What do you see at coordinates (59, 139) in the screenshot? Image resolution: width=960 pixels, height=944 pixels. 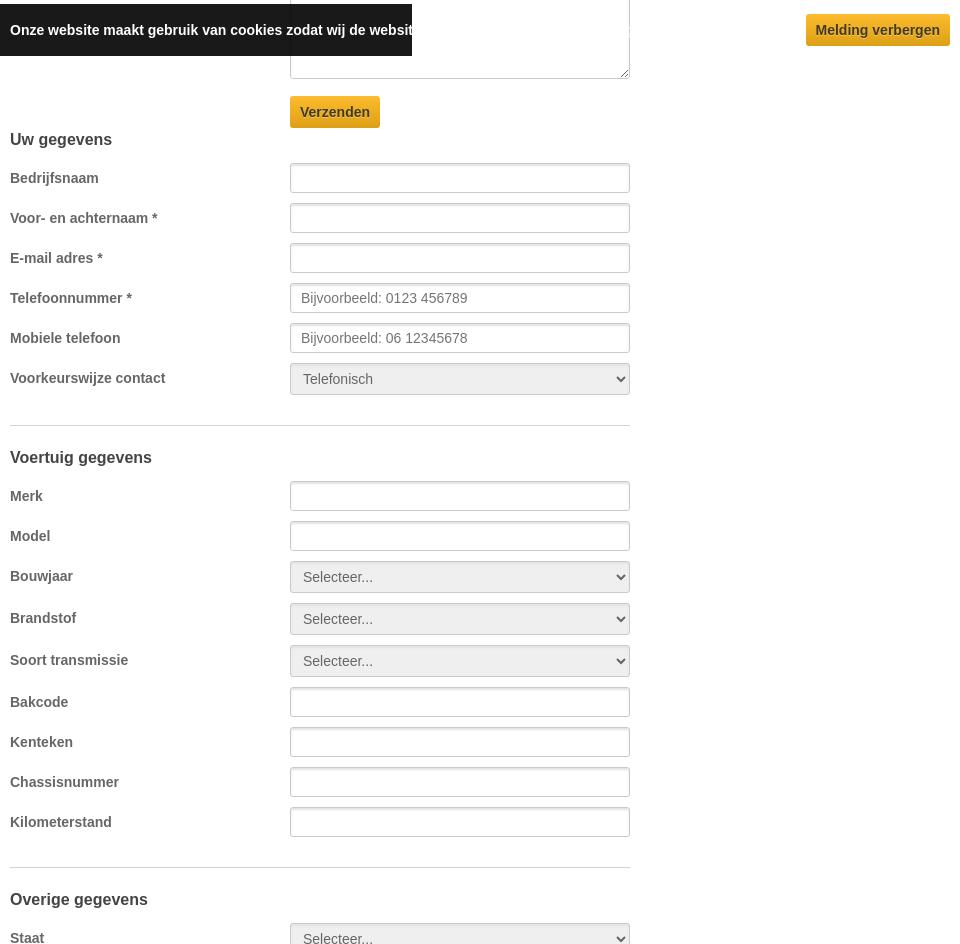 I see `'Uw gegevens'` at bounding box center [59, 139].